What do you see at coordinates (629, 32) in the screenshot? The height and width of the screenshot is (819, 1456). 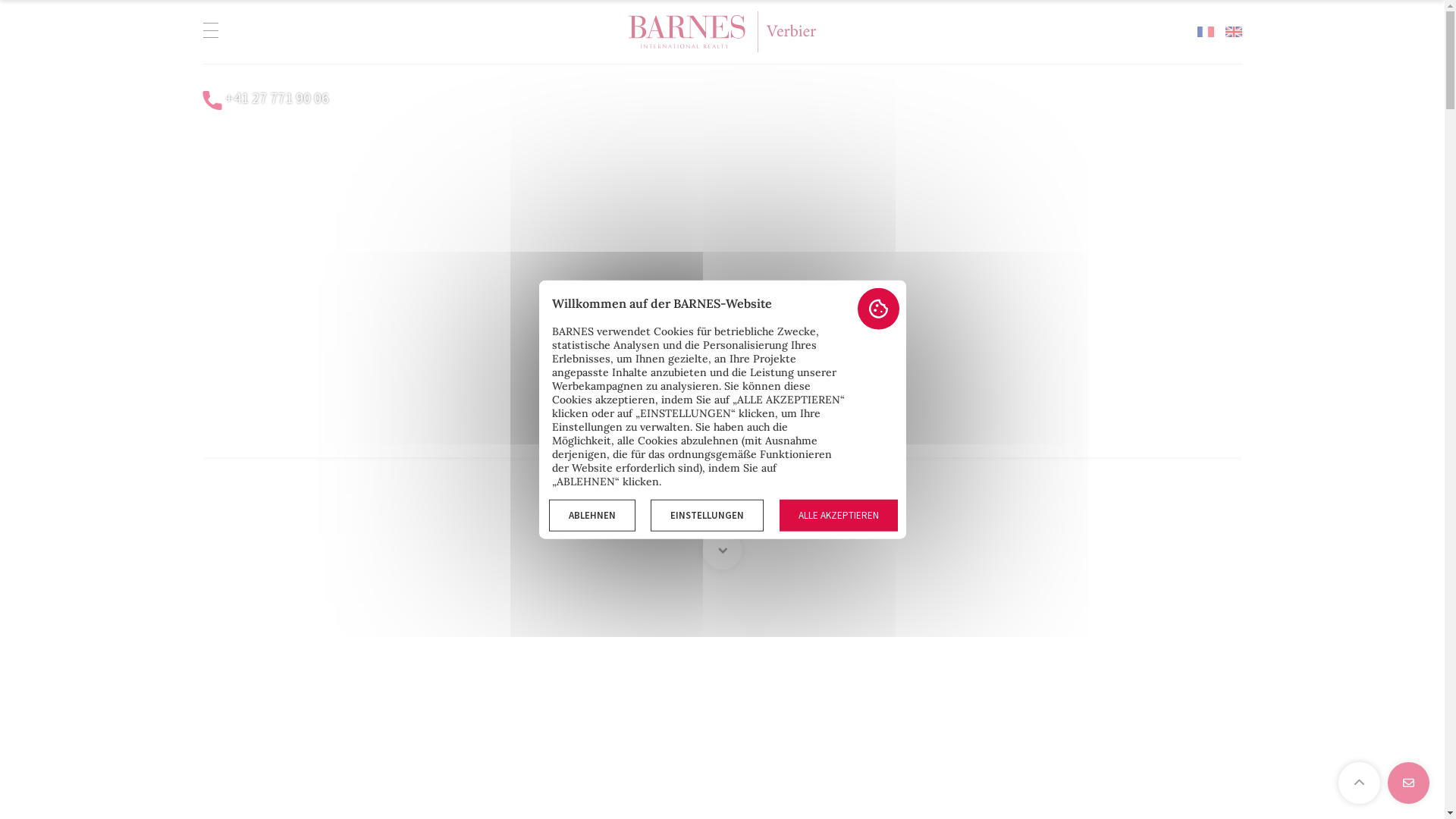 I see `'BARNES Suisse'` at bounding box center [629, 32].